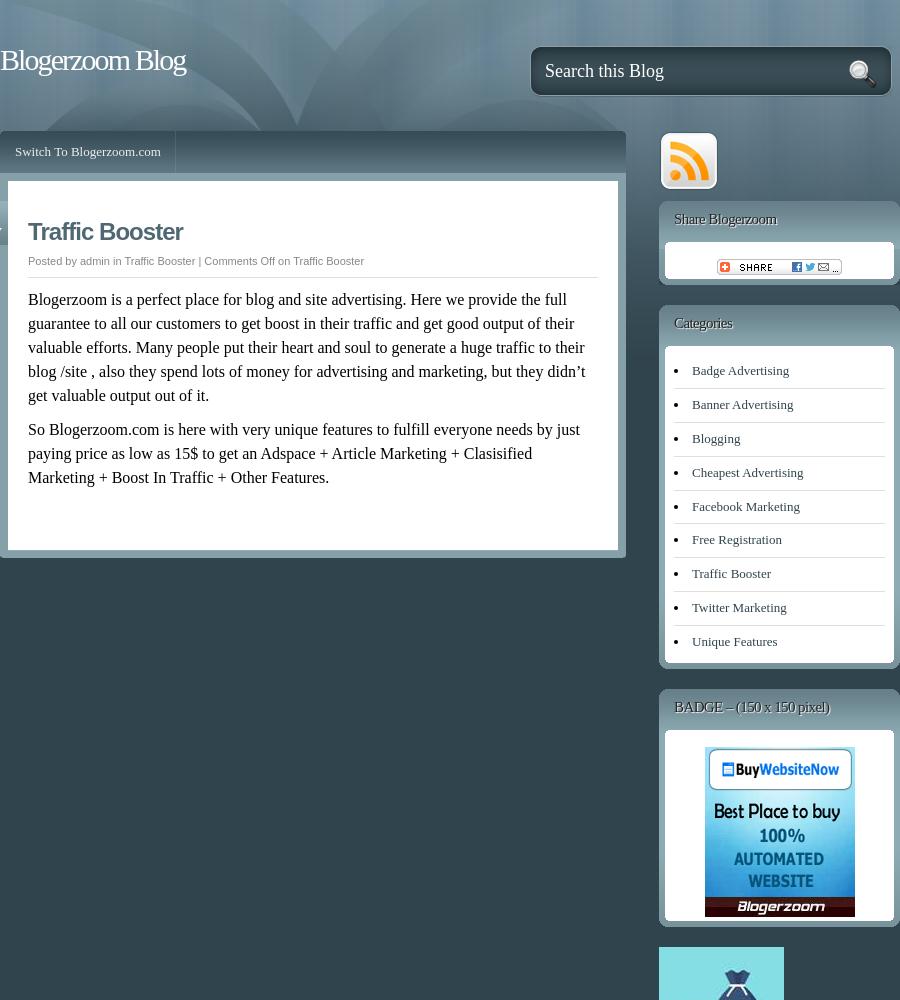  What do you see at coordinates (746, 470) in the screenshot?
I see `'Cheapest Advertising'` at bounding box center [746, 470].